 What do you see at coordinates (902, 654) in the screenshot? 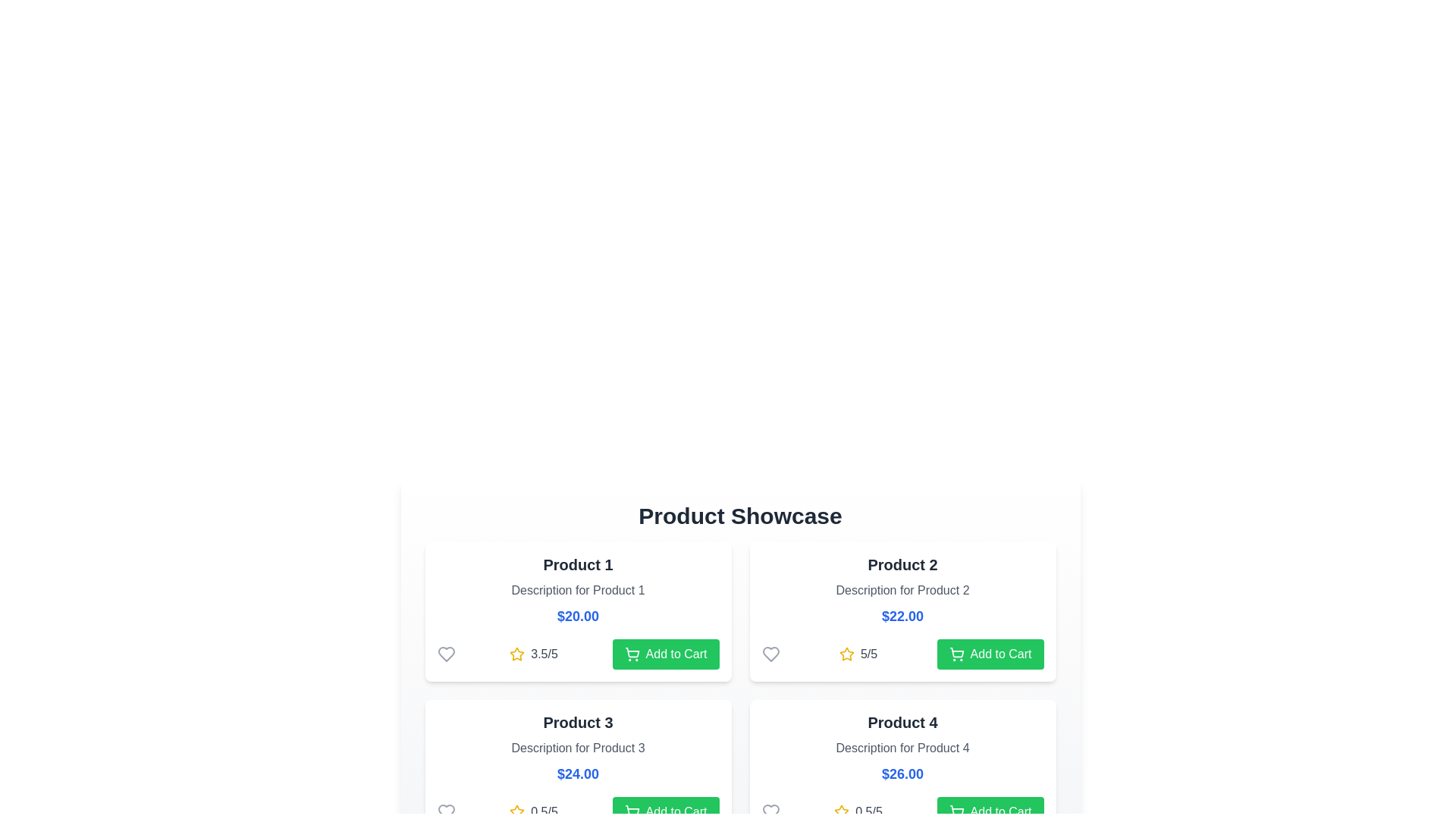
I see `rating display text label showing '5/5', located in the central bottom section of the 'Product 2' tile, between a heart icon and an 'Add to Cart' button` at bounding box center [902, 654].